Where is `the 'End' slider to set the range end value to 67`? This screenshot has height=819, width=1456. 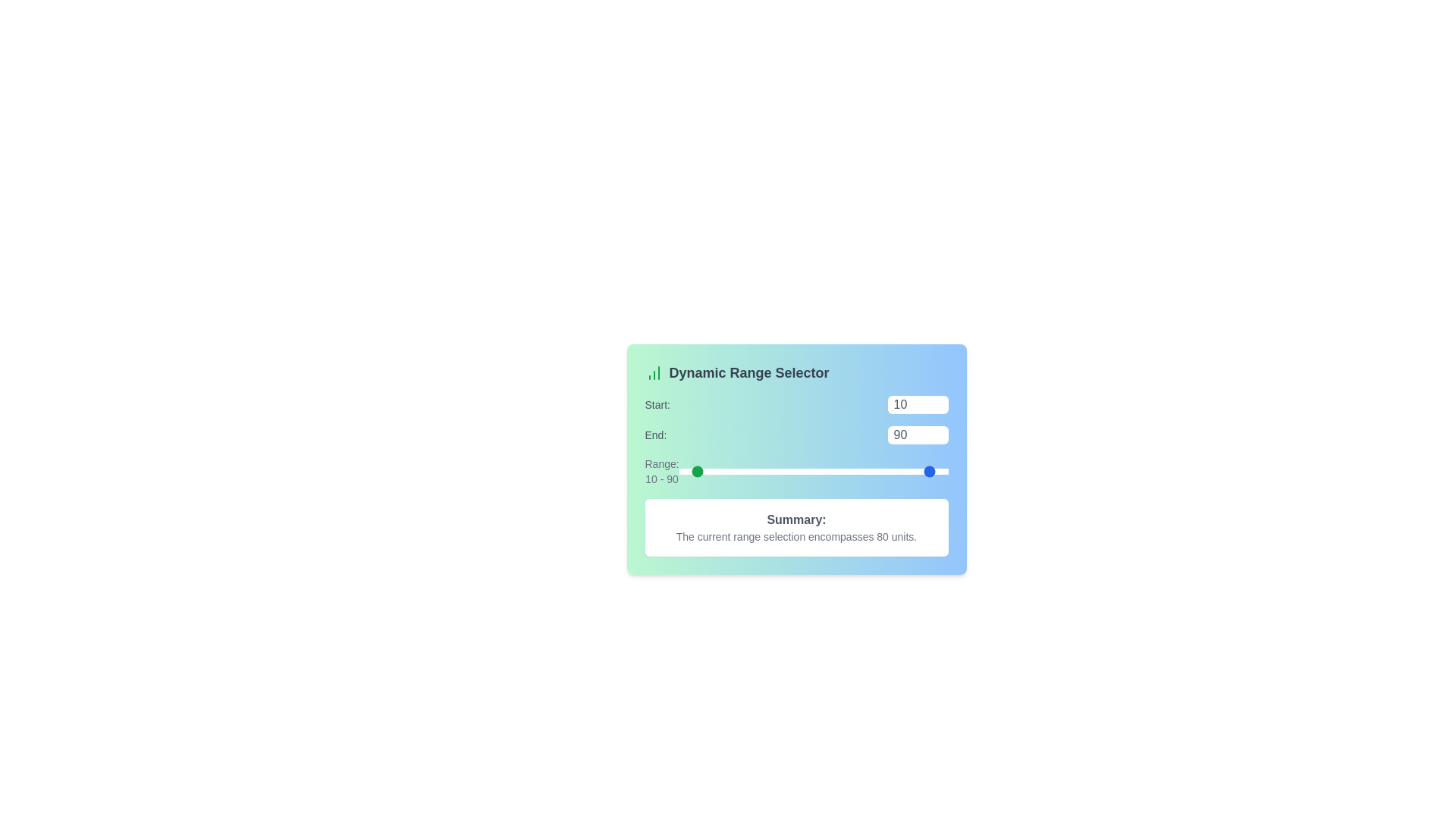
the 'End' slider to set the range end value to 67 is located at coordinates (903, 470).